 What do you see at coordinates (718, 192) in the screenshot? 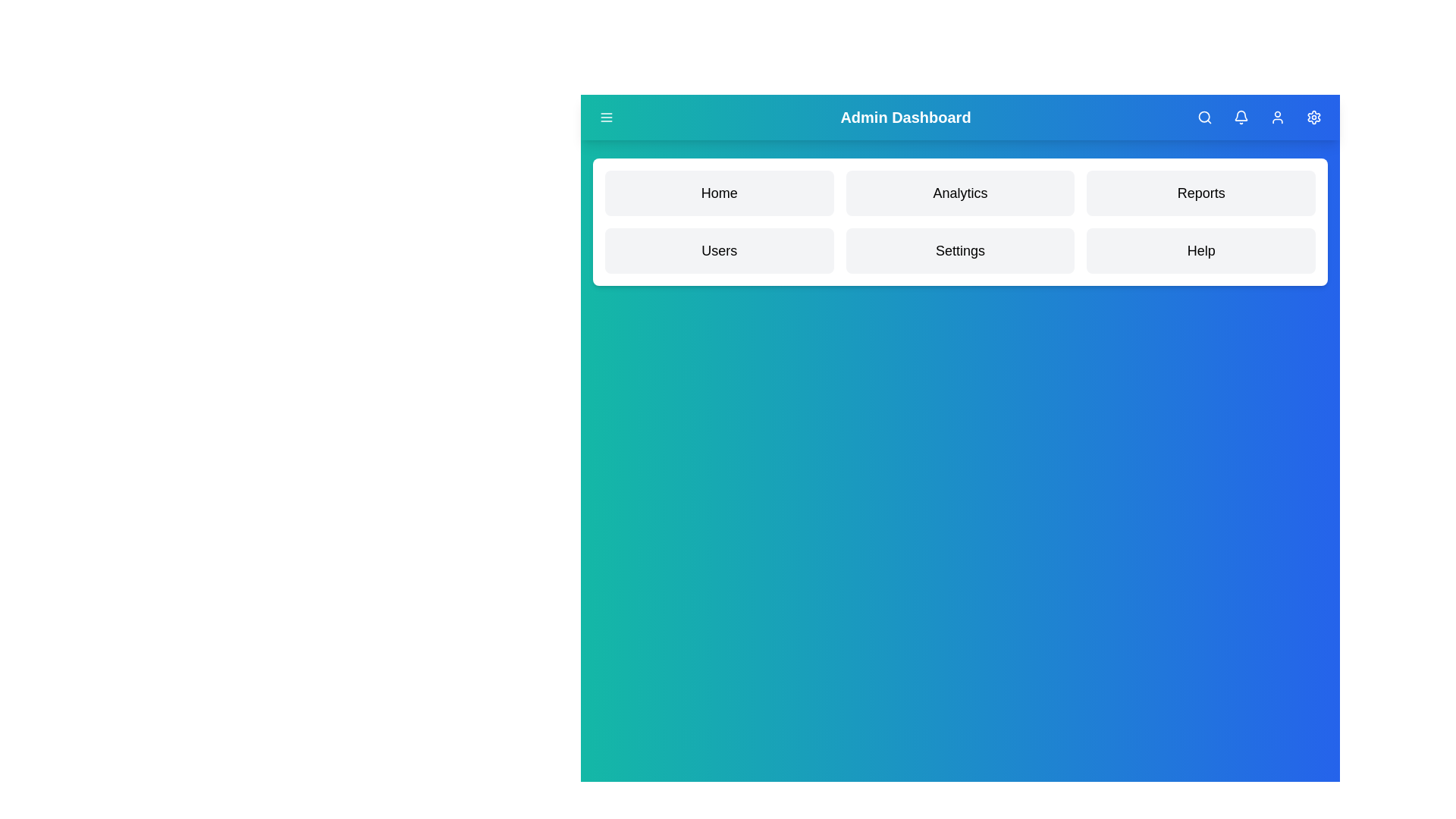
I see `the menu item Home to navigate to its section` at bounding box center [718, 192].